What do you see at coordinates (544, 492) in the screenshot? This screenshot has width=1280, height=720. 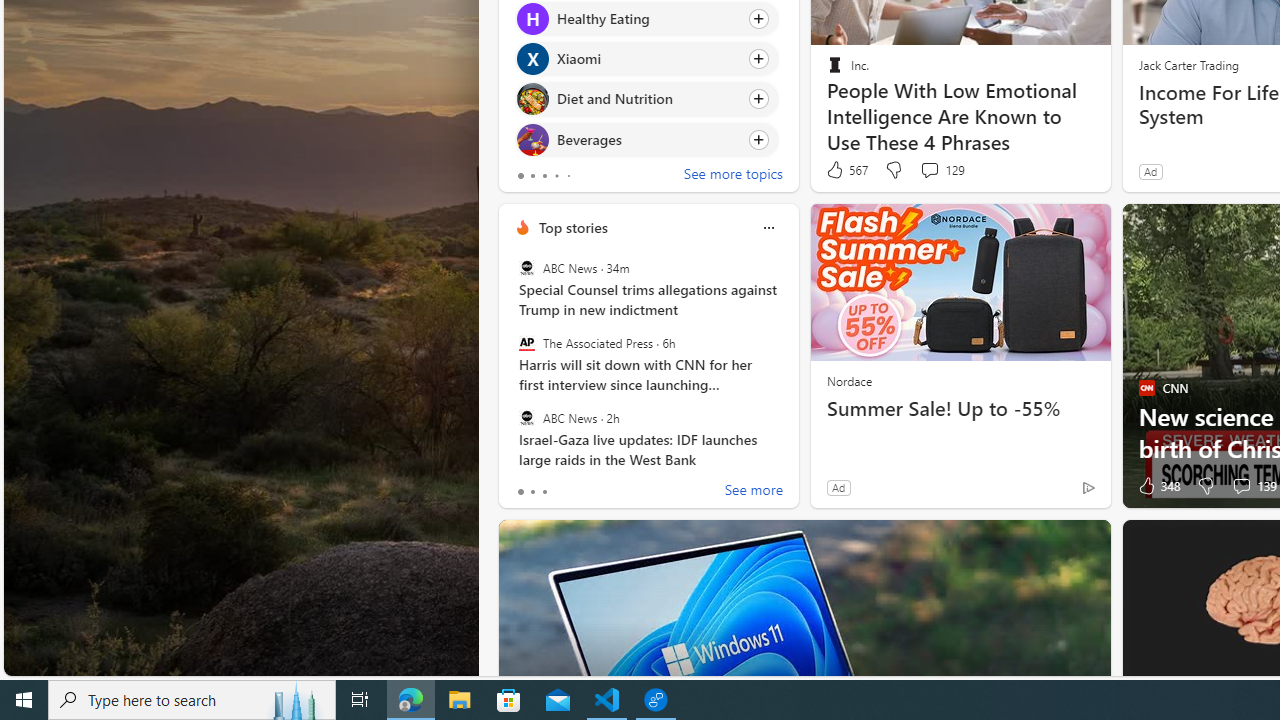 I see `'tab-2'` at bounding box center [544, 492].